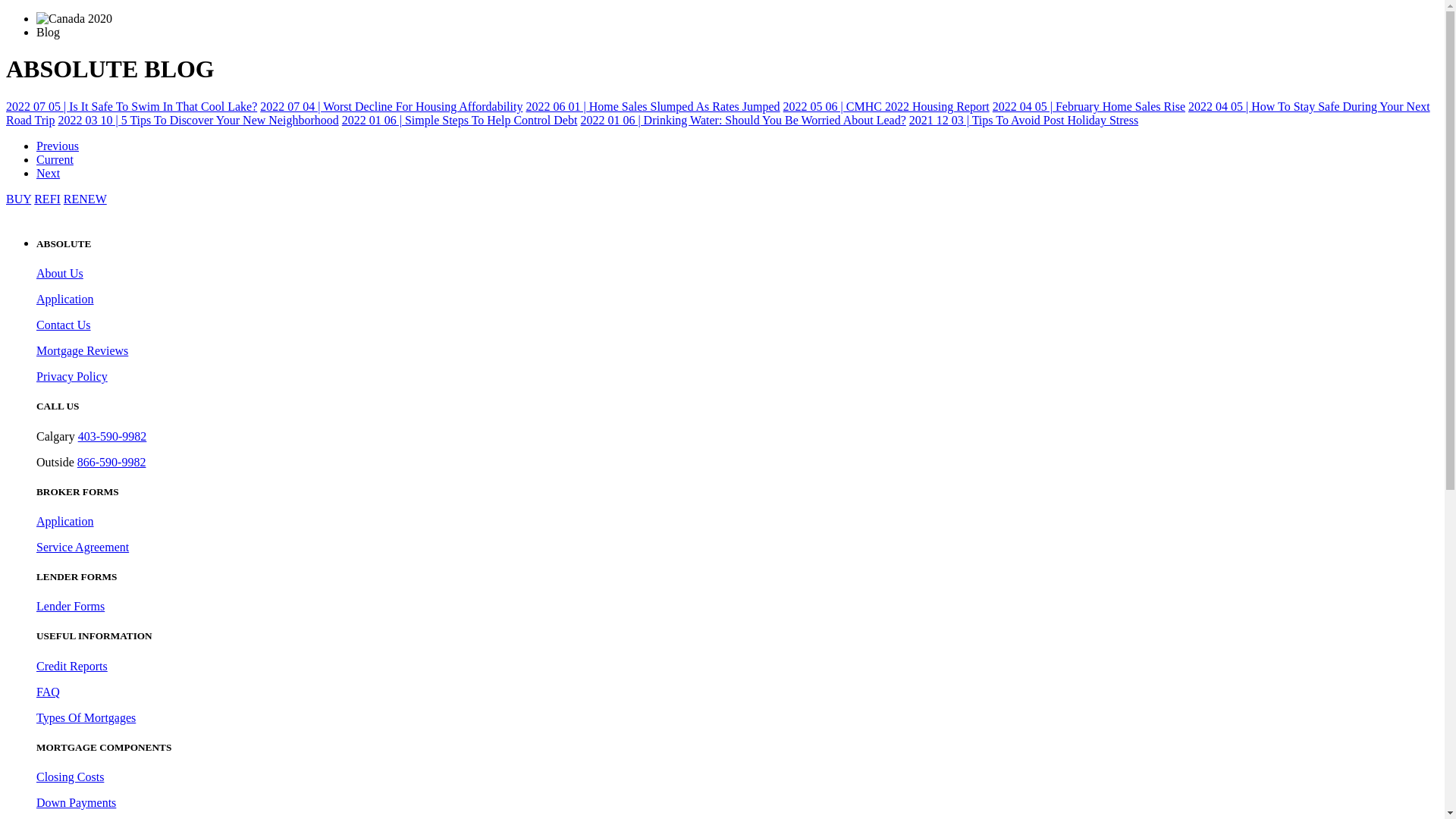 This screenshot has height=819, width=1456. What do you see at coordinates (131, 105) in the screenshot?
I see `'2022 07 05 | Is It Safe To Swim In That Cool Lake?'` at bounding box center [131, 105].